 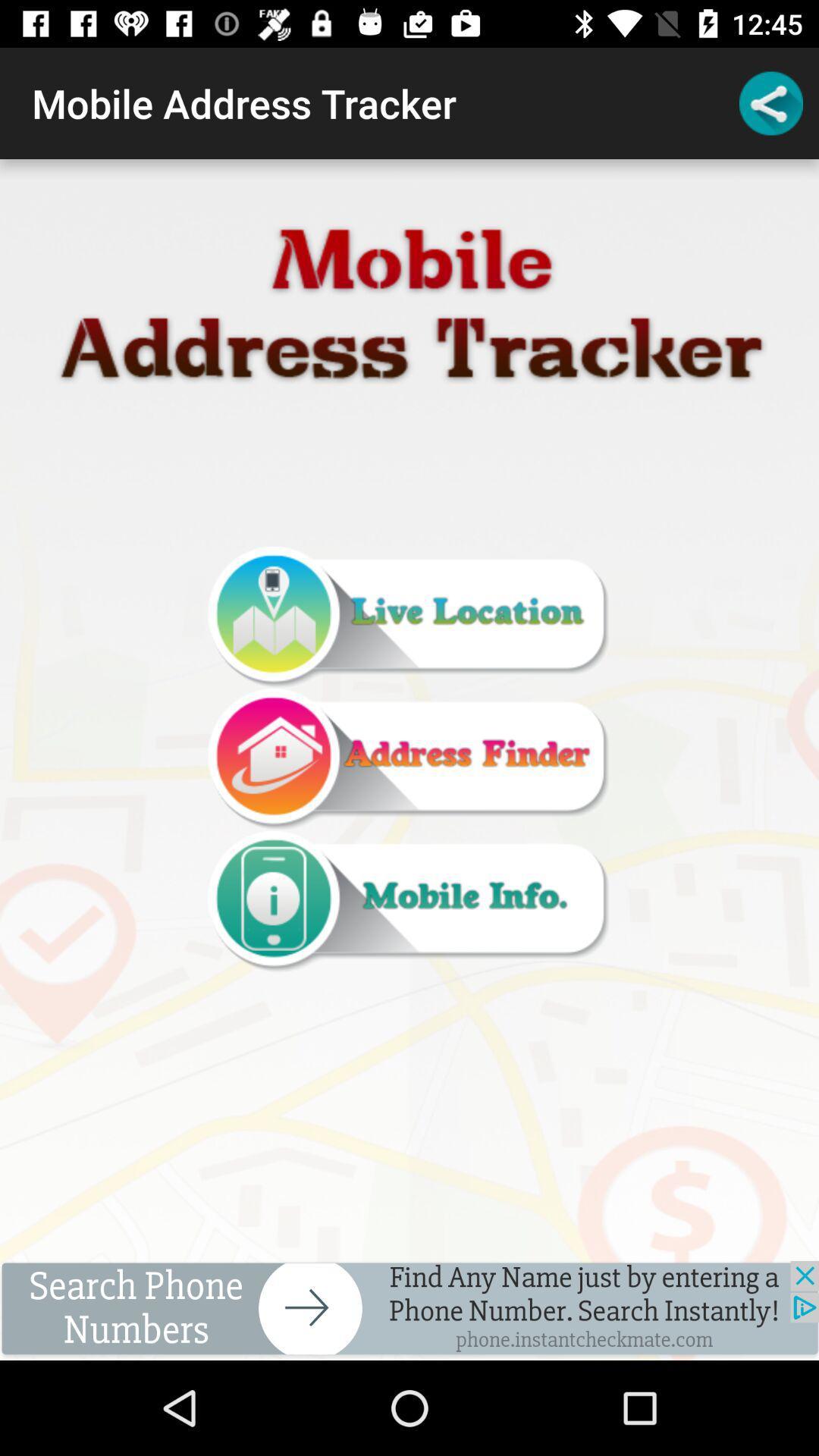 I want to click on share advertisement, so click(x=409, y=1310).